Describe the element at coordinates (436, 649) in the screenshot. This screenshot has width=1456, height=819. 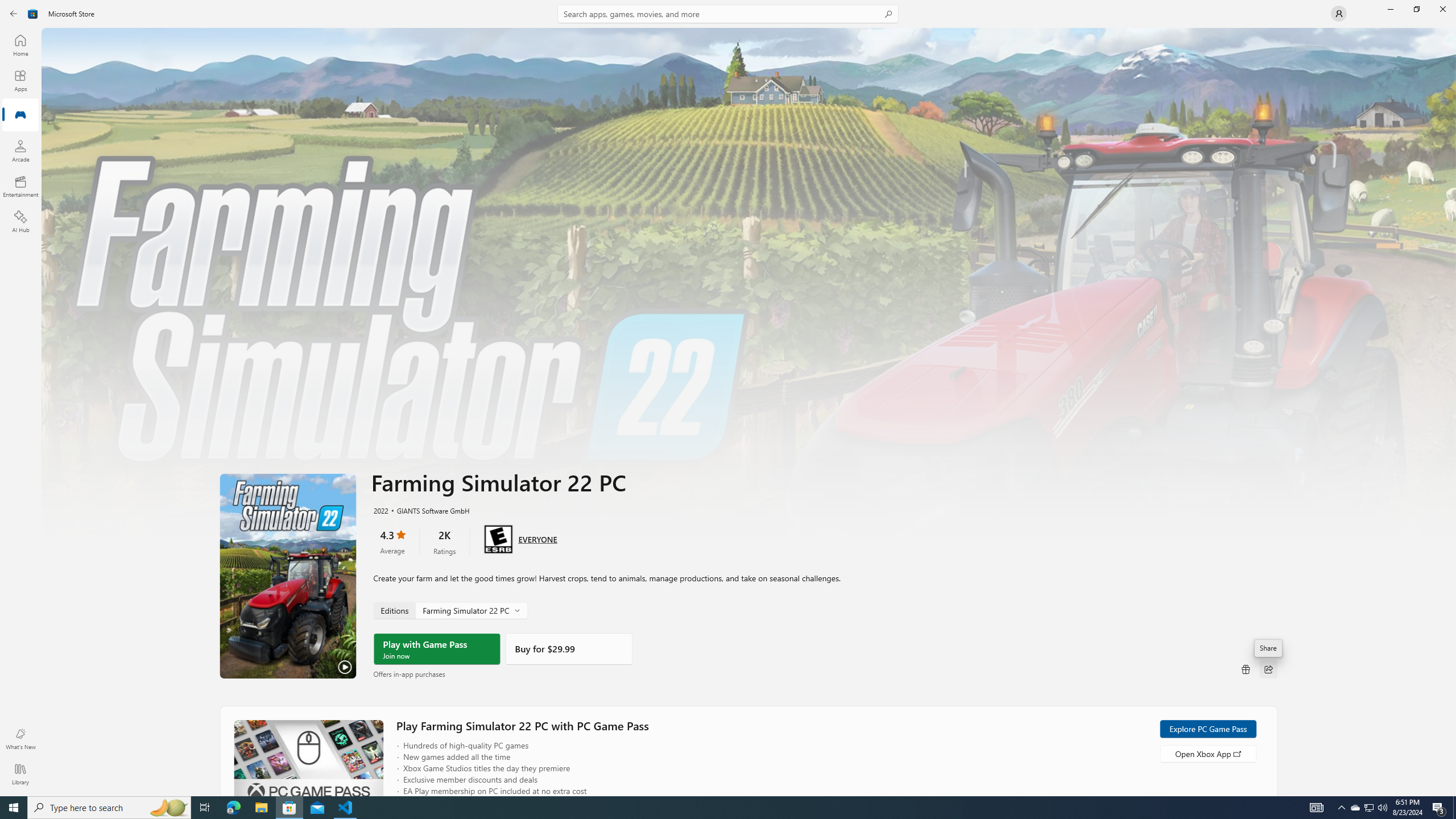
I see `'Play with Game Pass'` at that location.